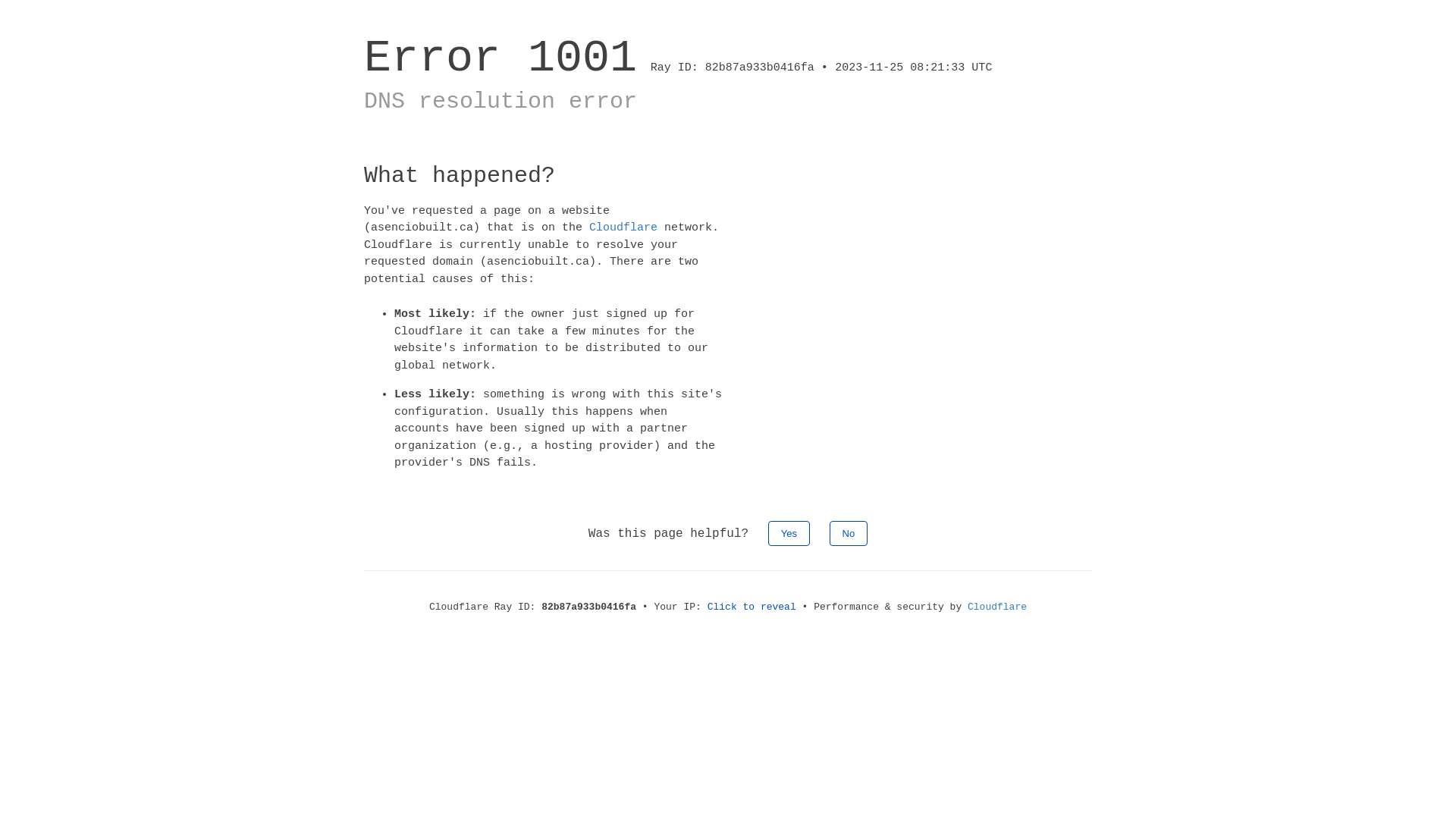 The height and width of the screenshot is (819, 1456). I want to click on 'No', so click(848, 532).